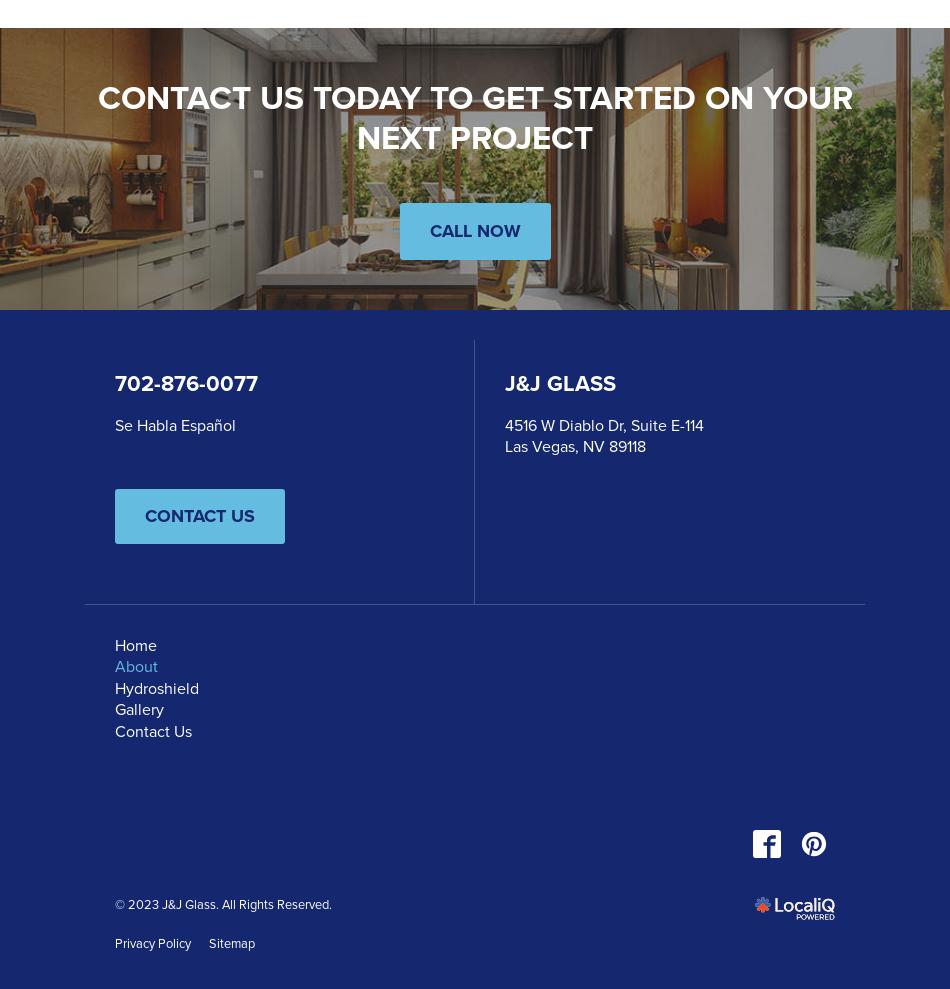 This screenshot has height=989, width=950. I want to click on '702-876-0077', so click(186, 381).